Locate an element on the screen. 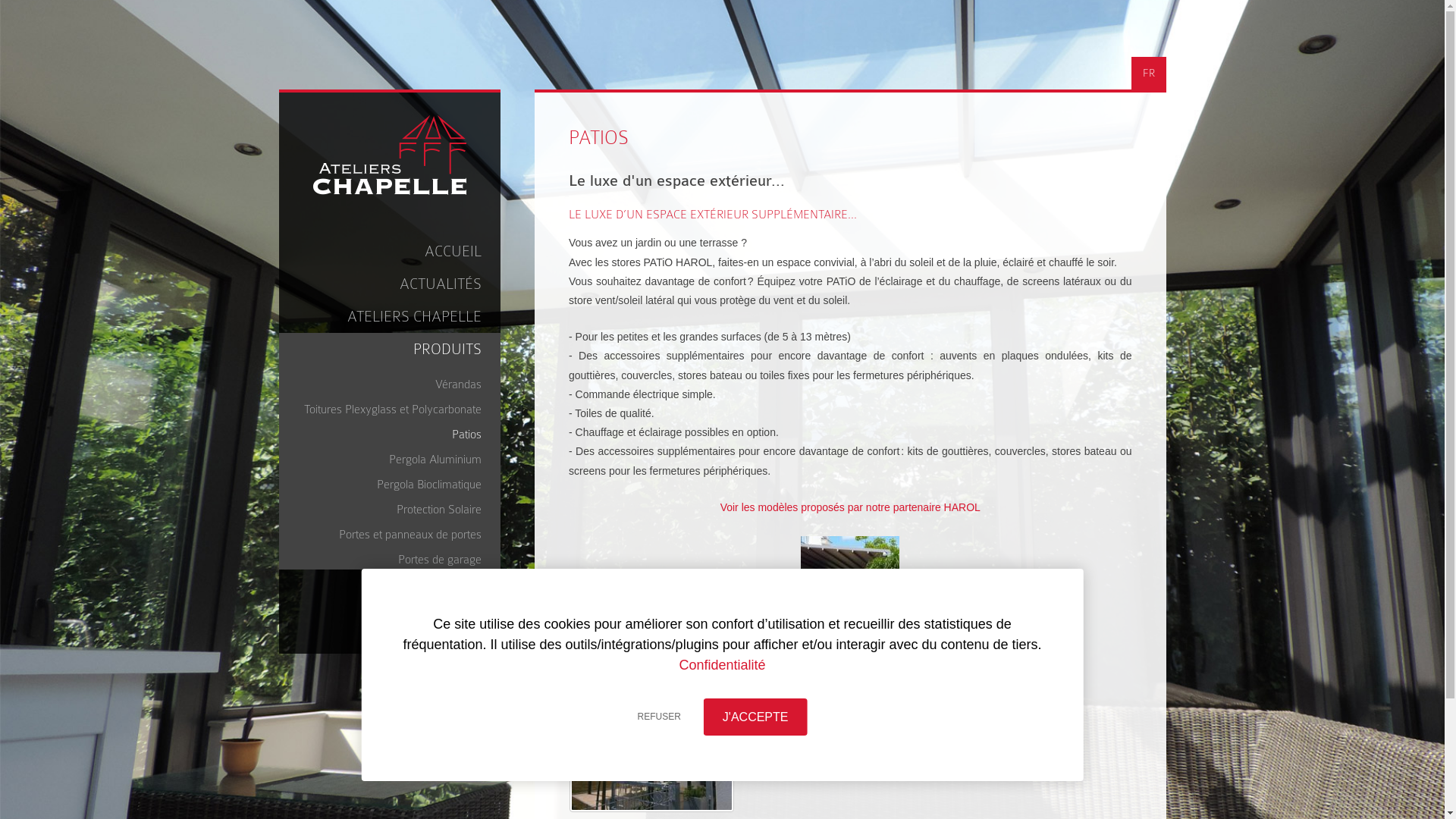 The height and width of the screenshot is (819, 1456). 'Toitures Plexyglass et Polycarbonate' is located at coordinates (394, 406).